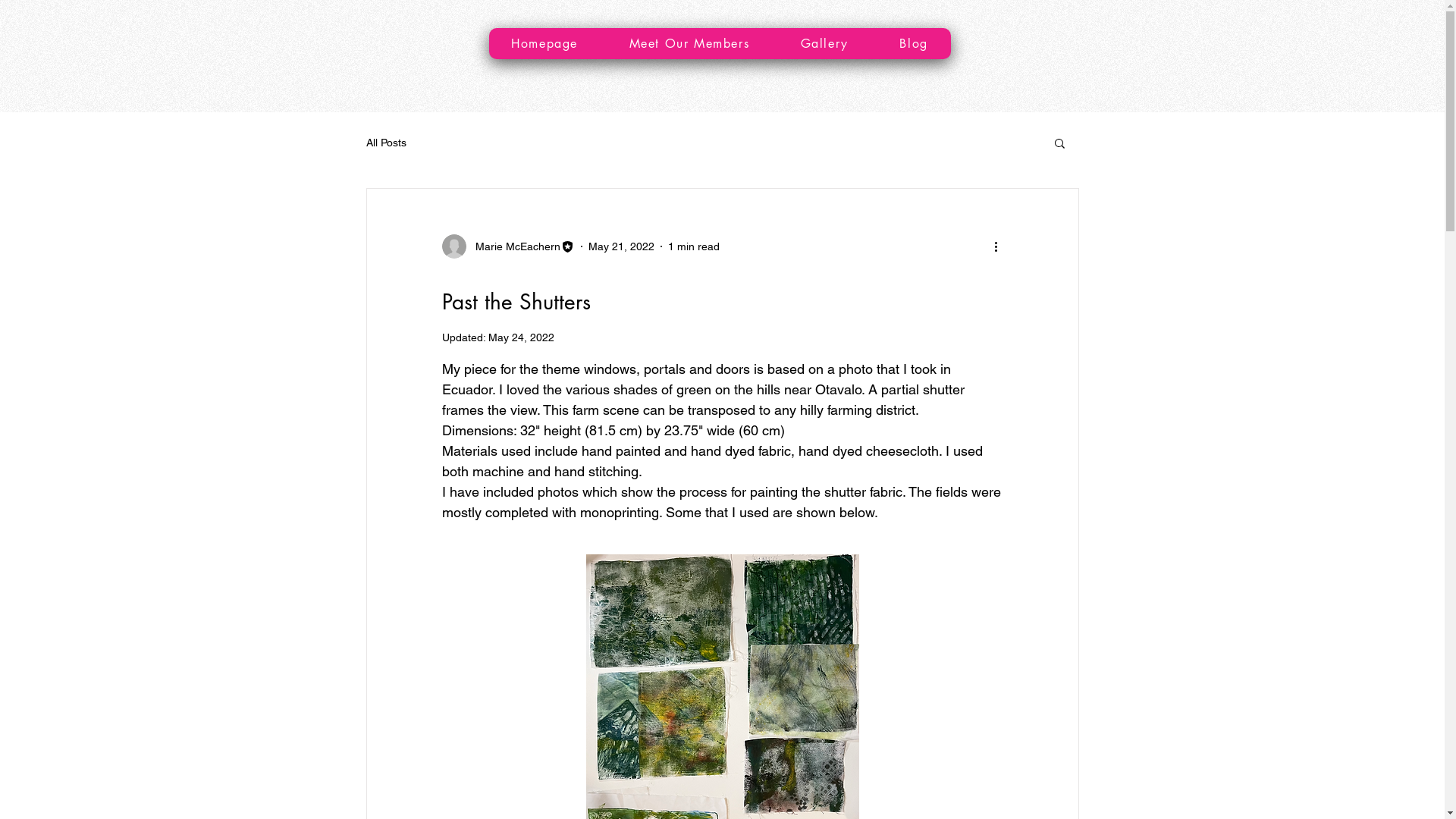 Image resolution: width=1456 pixels, height=819 pixels. Describe the element at coordinates (507, 245) in the screenshot. I see `'Marie McEachern'` at that location.